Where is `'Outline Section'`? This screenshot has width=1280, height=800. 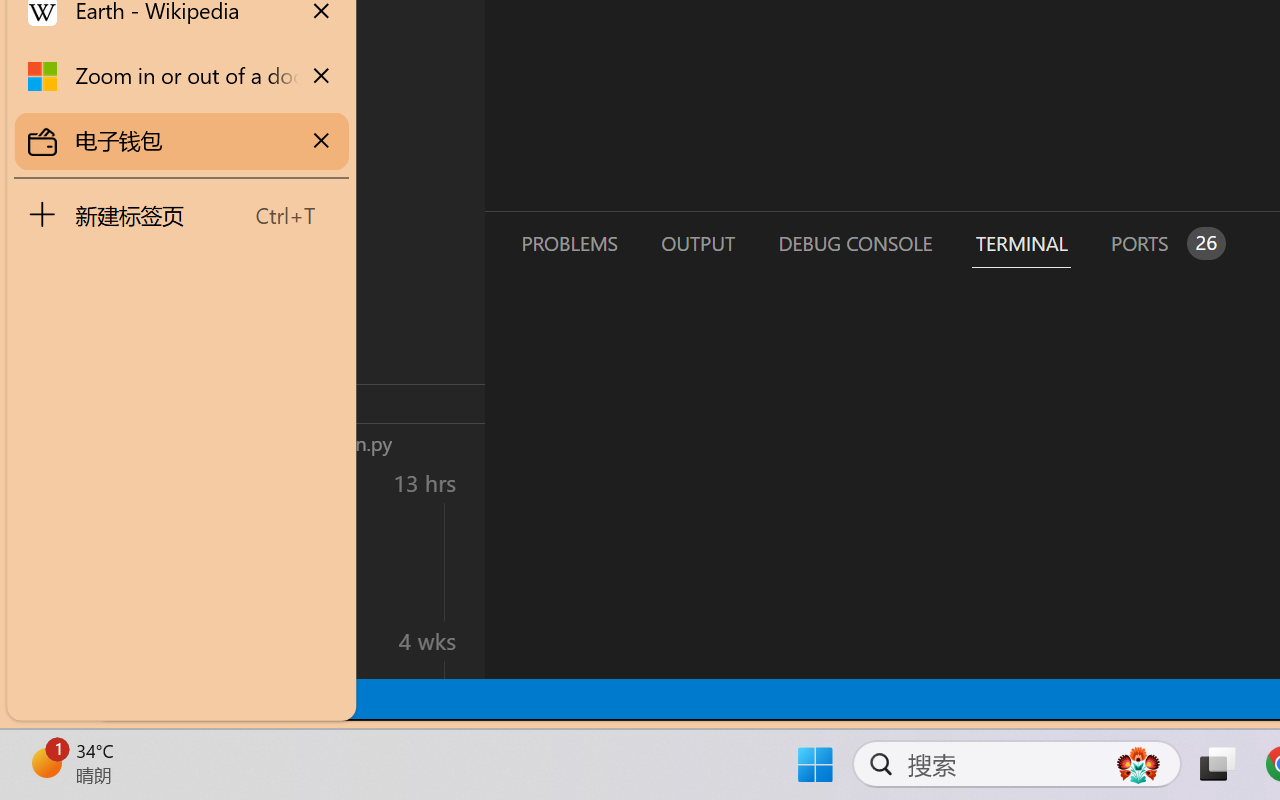
'Outline Section' is located at coordinates (331, 403).